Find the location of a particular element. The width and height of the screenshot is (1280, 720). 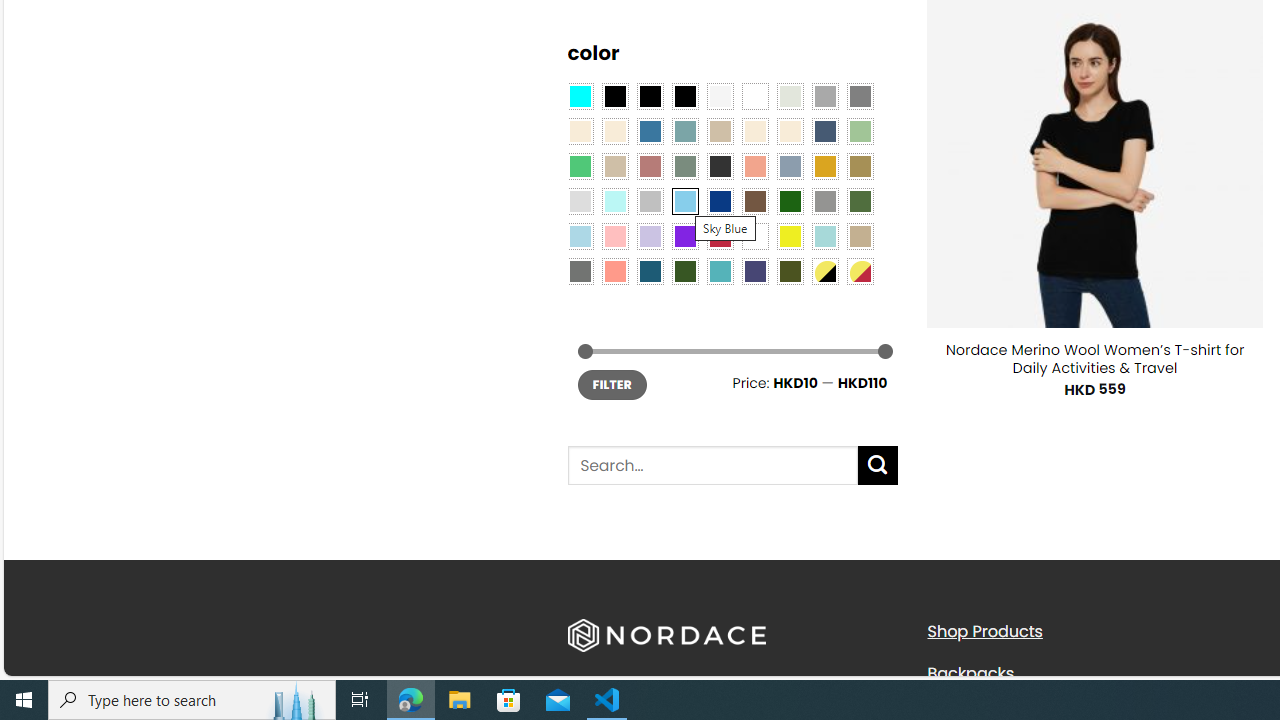

'Light Purple' is located at coordinates (650, 235).